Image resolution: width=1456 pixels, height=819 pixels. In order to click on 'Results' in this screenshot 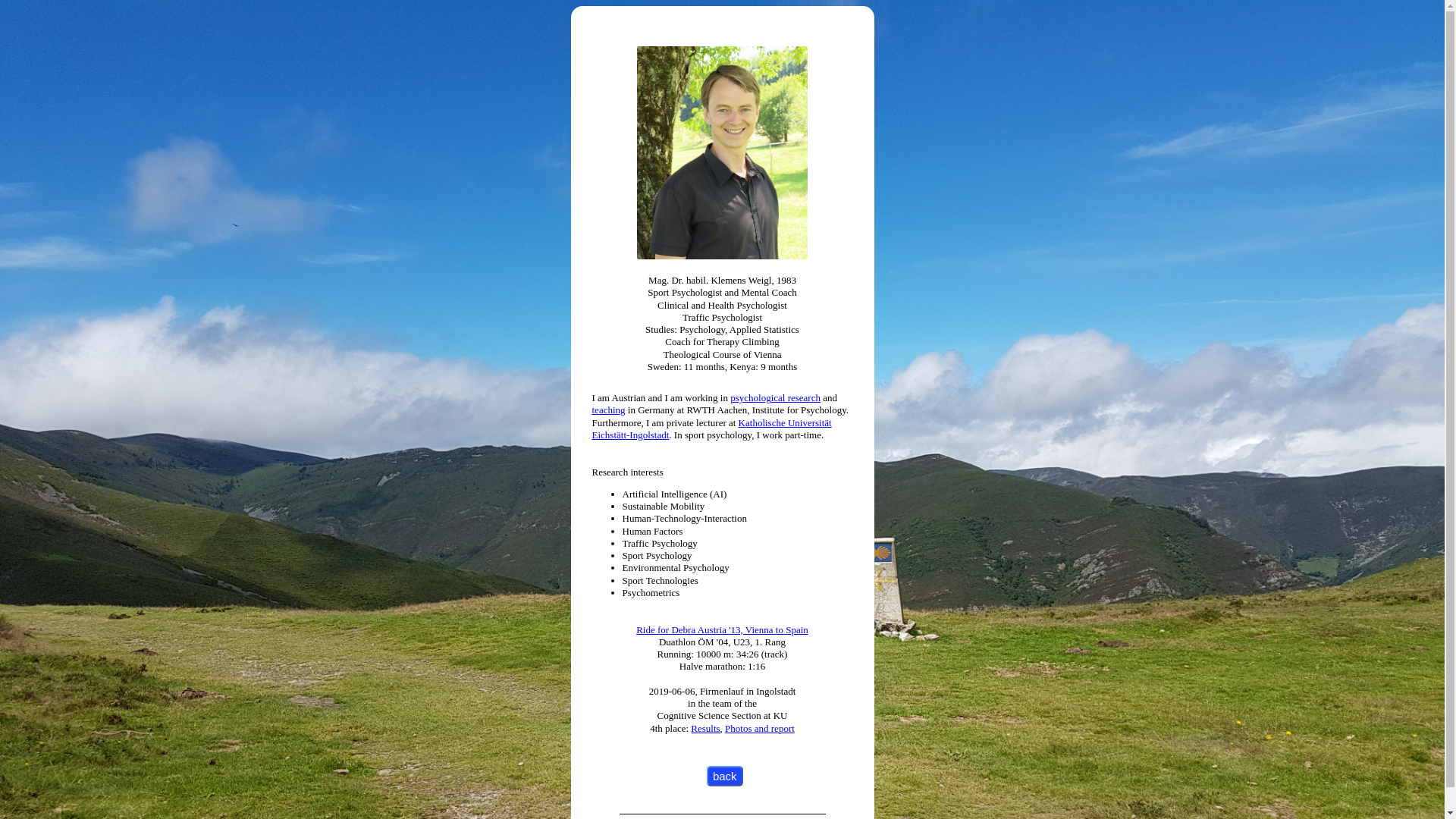, I will do `click(704, 726)`.